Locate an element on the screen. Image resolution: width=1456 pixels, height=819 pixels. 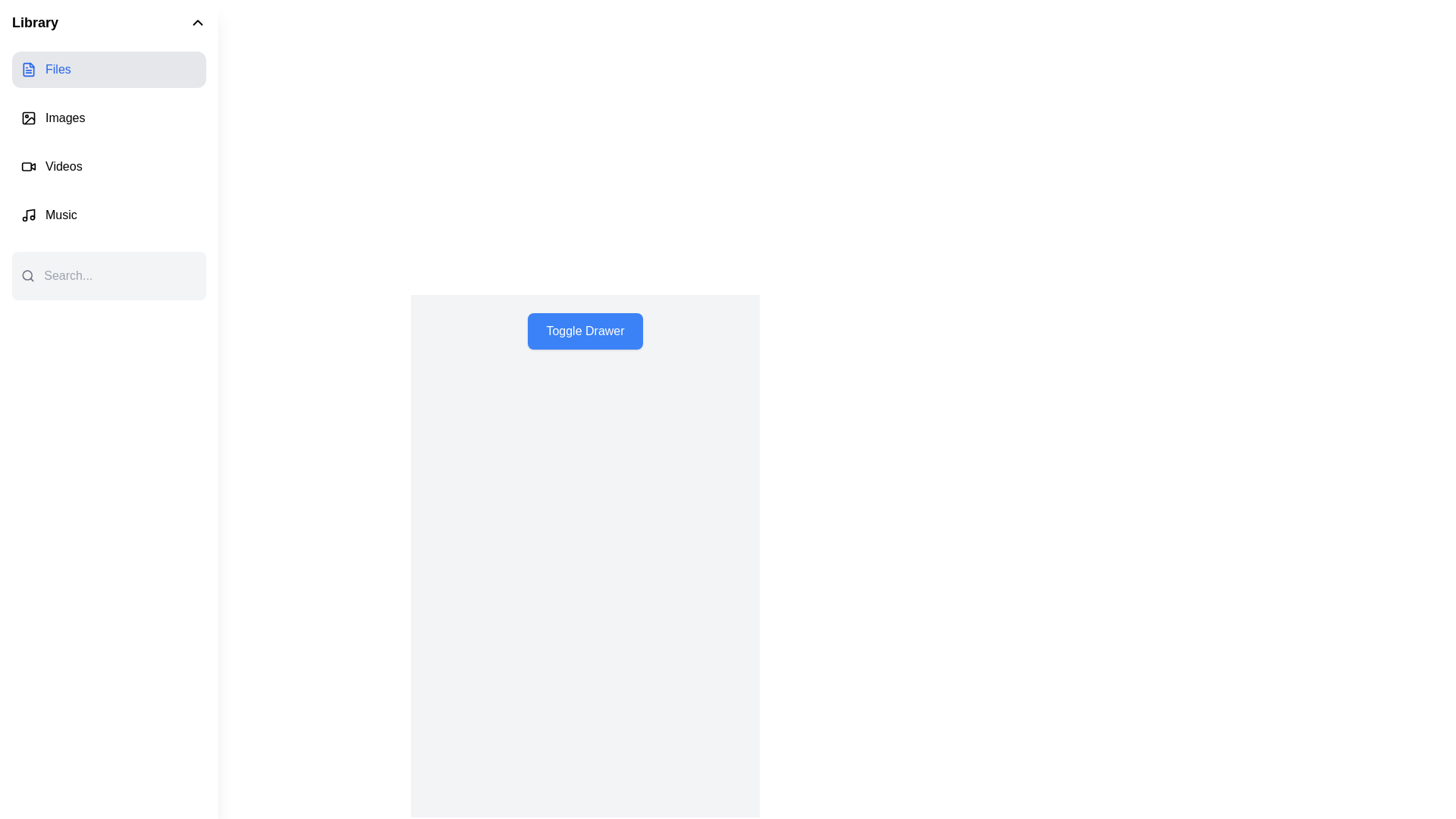
the document icon with a light gray background and blue rounded strokes, located beside the text 'Files' is located at coordinates (29, 70).